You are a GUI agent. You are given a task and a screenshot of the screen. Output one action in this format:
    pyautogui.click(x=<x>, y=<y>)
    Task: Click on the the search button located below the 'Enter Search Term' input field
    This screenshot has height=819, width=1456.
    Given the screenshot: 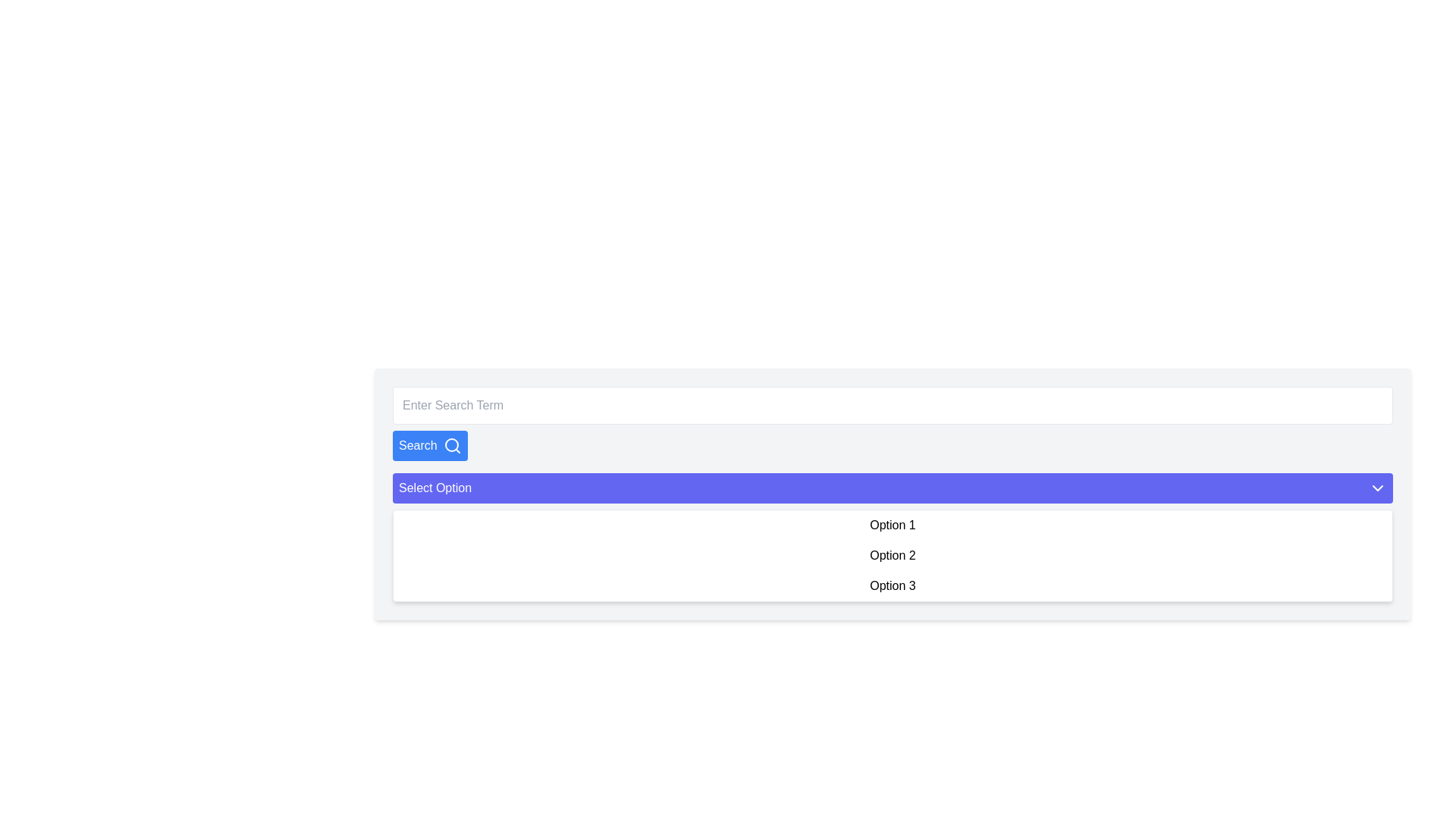 What is the action you would take?
    pyautogui.click(x=429, y=444)
    